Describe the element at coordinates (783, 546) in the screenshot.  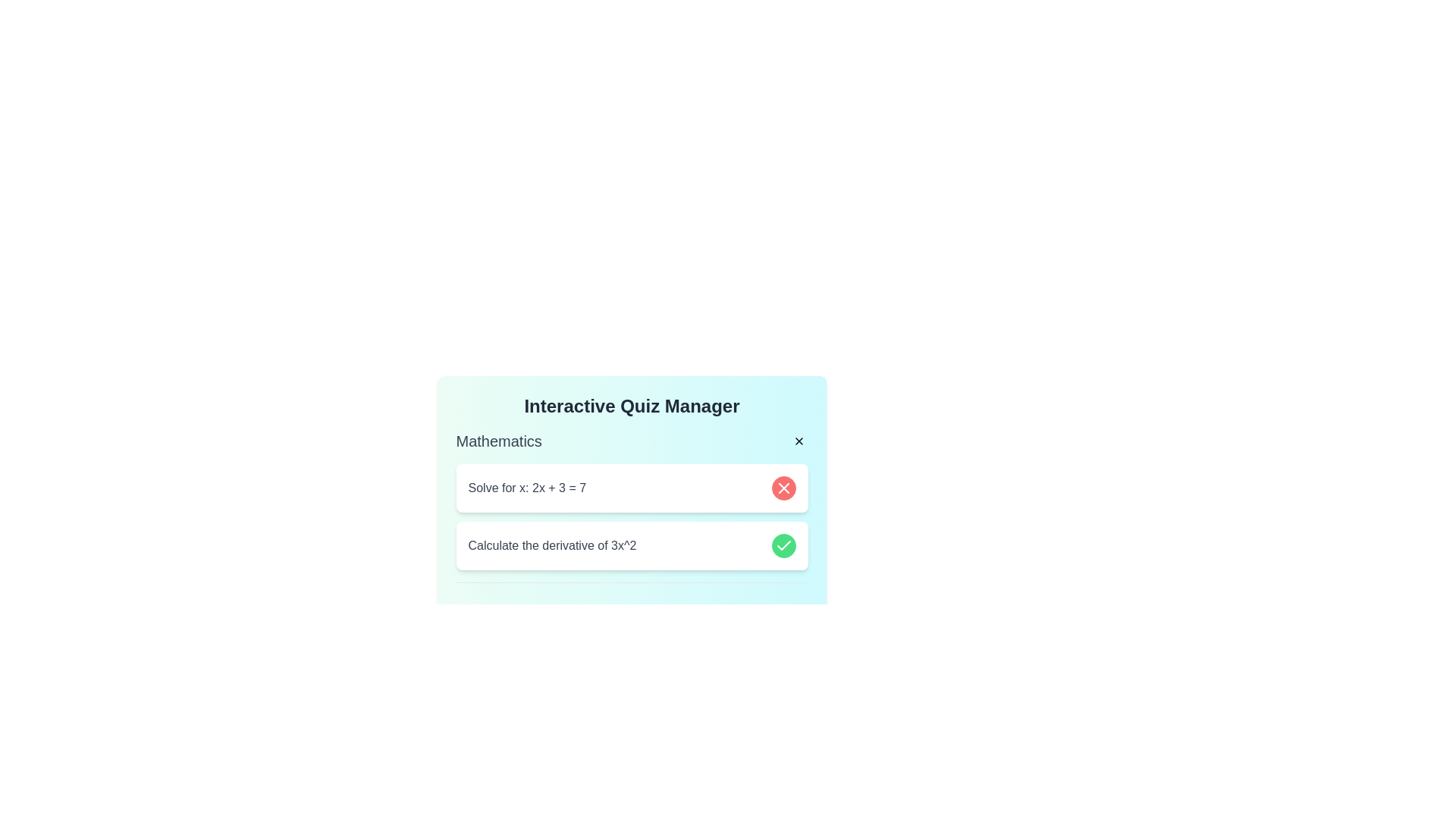
I see `the checkmark icon within the green circular button located on the right-hand side of the secondary row beneath the 'Interactive Quiz Manager' heading to confirm` at that location.